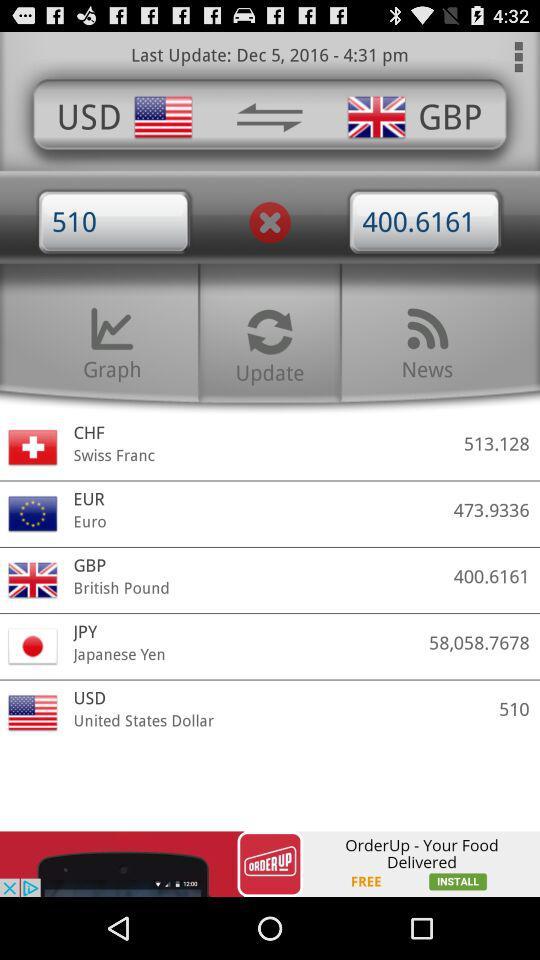 The height and width of the screenshot is (960, 540). I want to click on 4006161 option, so click(424, 222).